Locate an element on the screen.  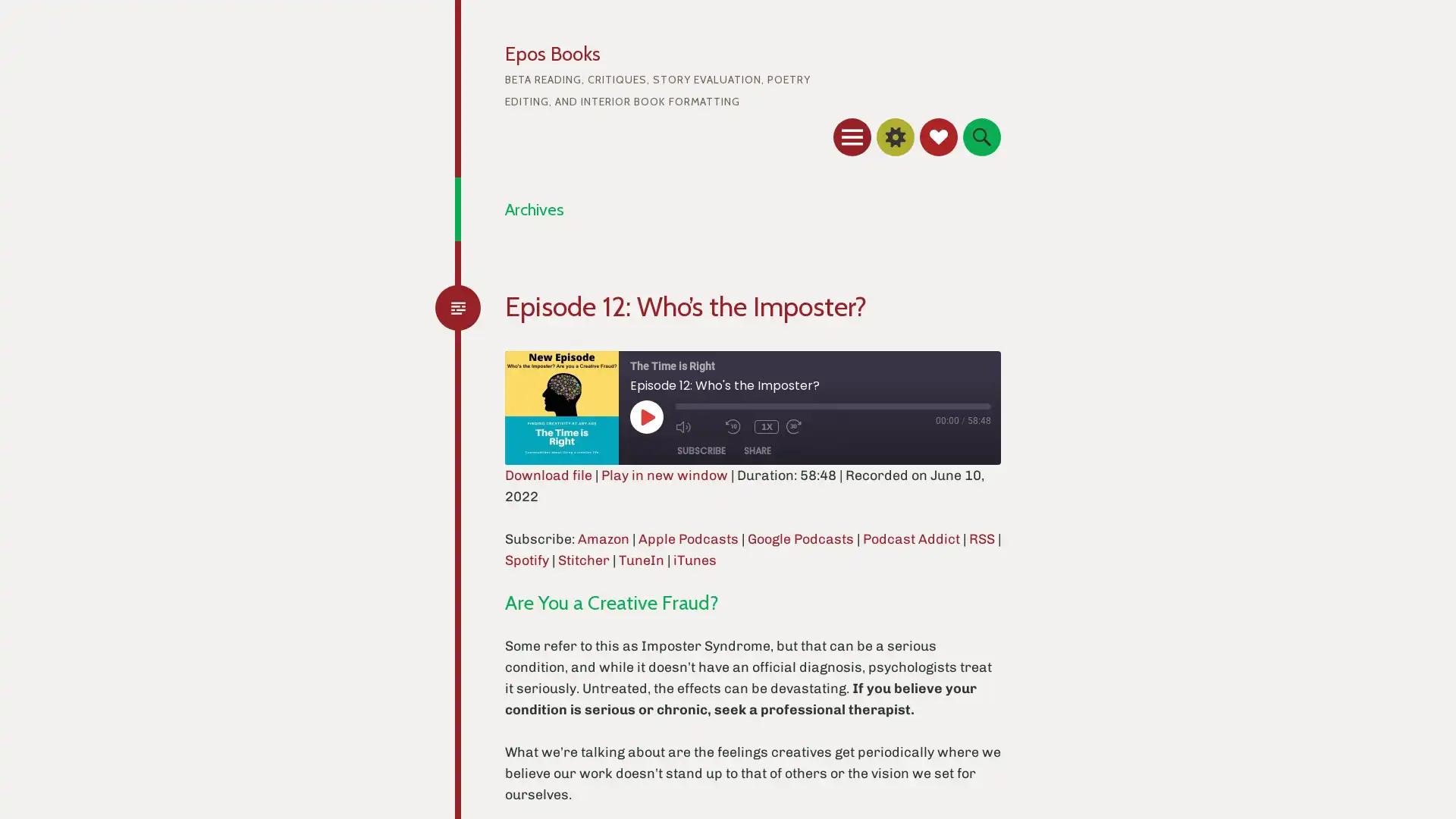
1X is located at coordinates (767, 426).